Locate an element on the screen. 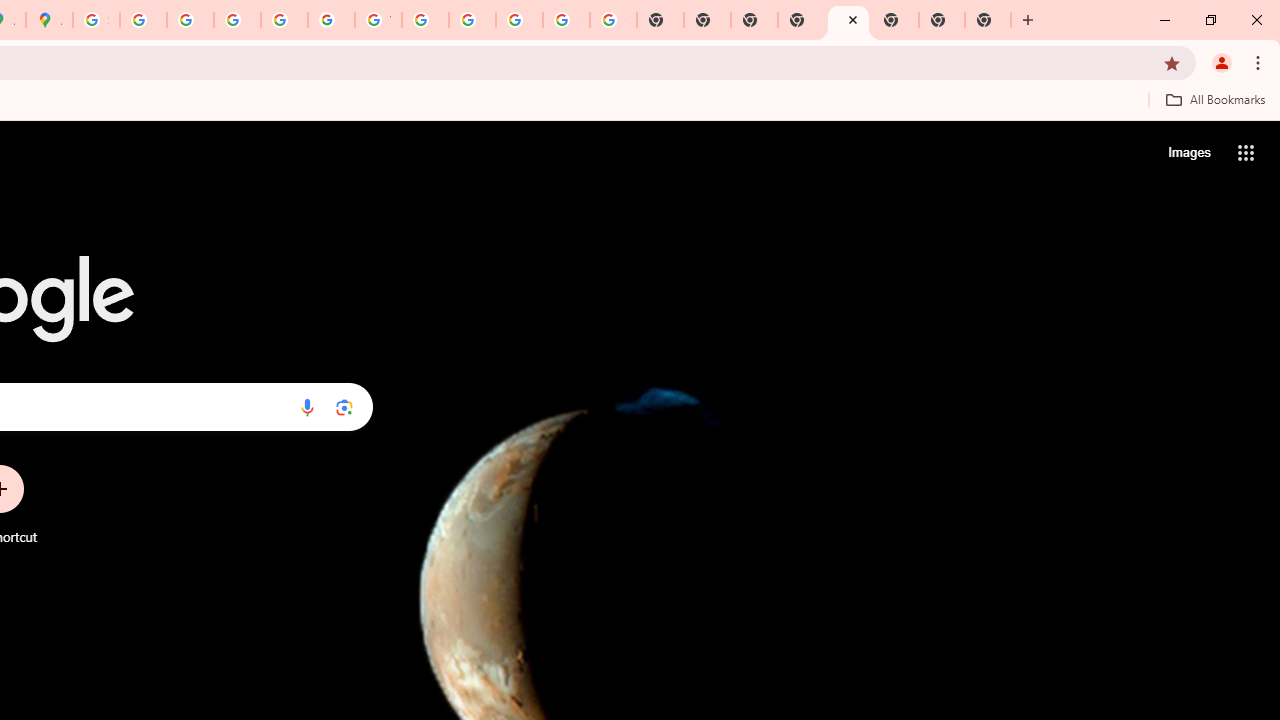 The height and width of the screenshot is (720, 1280). 'Privacy Help Center - Policies Help' is located at coordinates (190, 20).